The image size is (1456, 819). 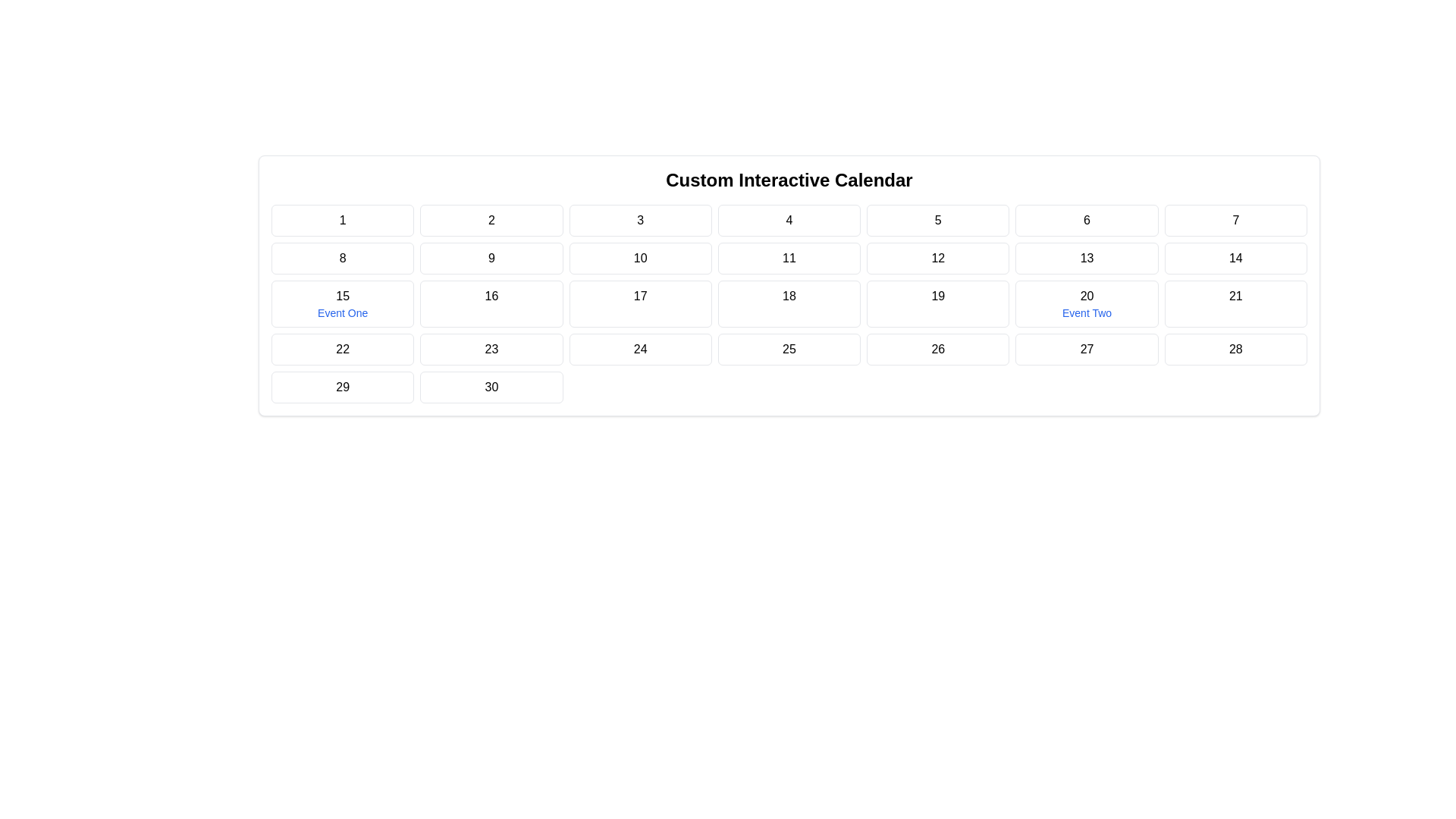 I want to click on the static display element representing the 13th item in a 7-column grid layout, located in the second row, sixth column, so click(x=1086, y=257).